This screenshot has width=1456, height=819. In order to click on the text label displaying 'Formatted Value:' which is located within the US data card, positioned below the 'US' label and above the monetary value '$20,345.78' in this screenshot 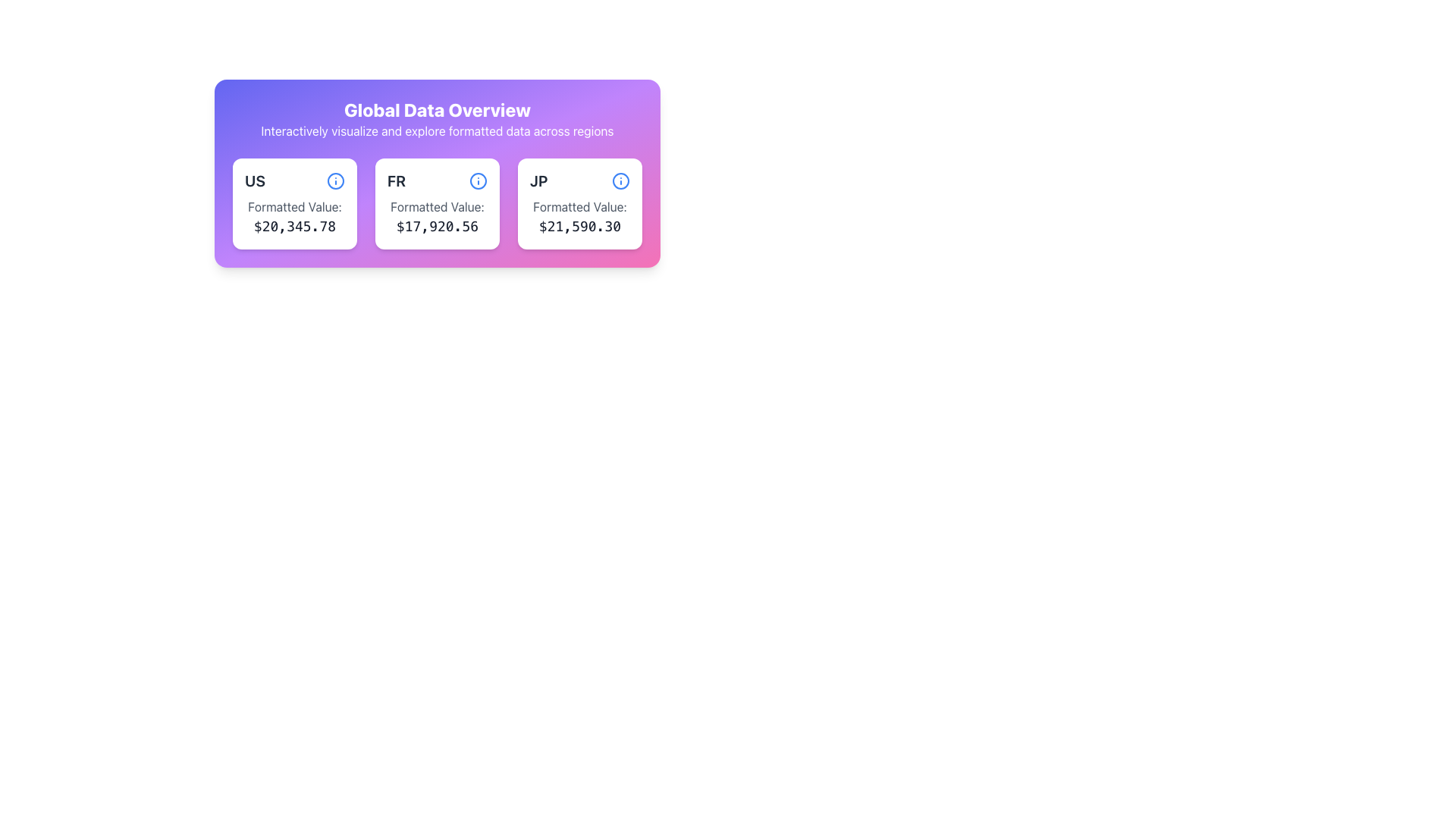, I will do `click(294, 207)`.